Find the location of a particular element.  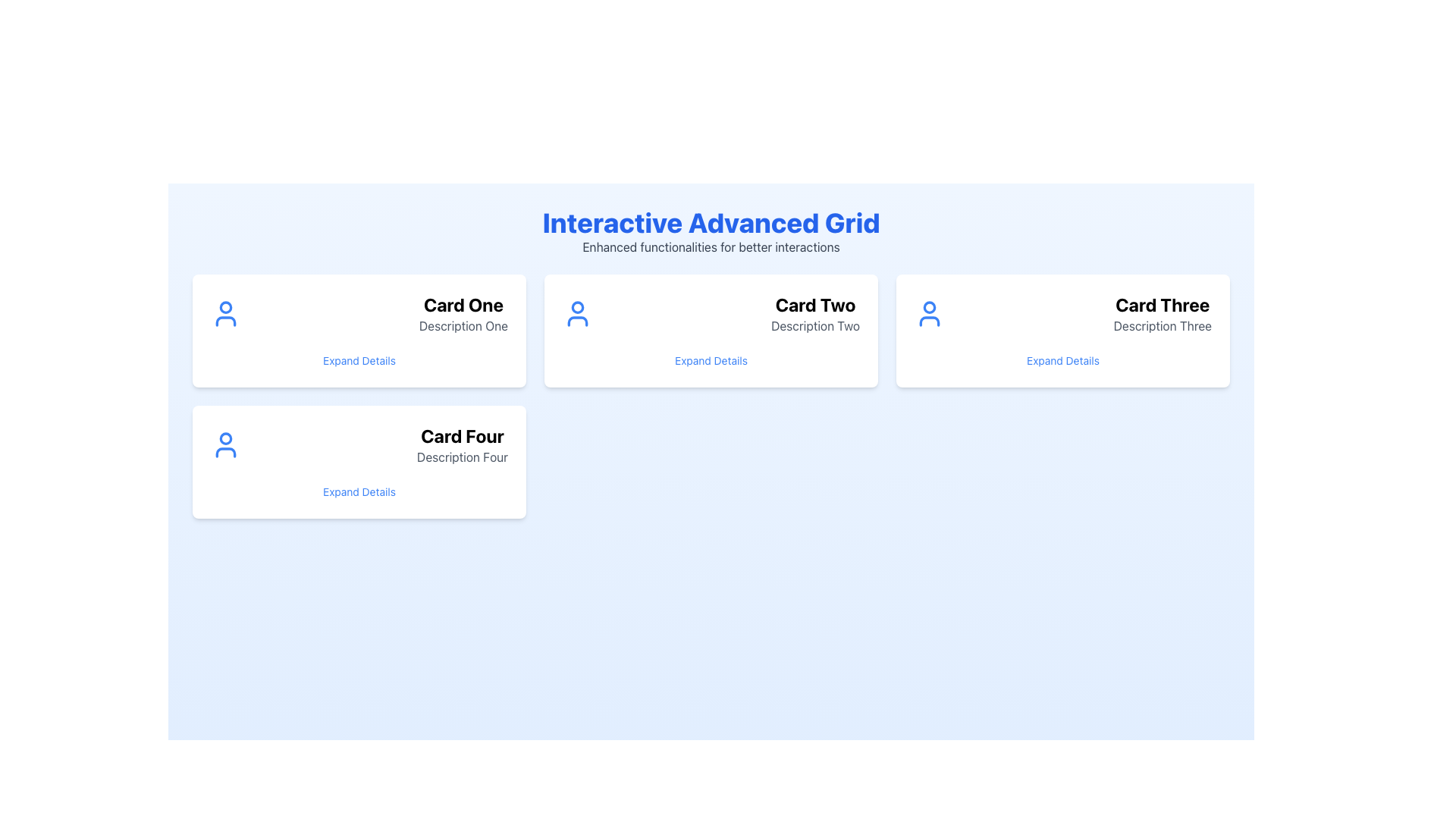

the Text Display element which serves as the heading and subheading for the grid layout, located at the top of the interface is located at coordinates (710, 231).